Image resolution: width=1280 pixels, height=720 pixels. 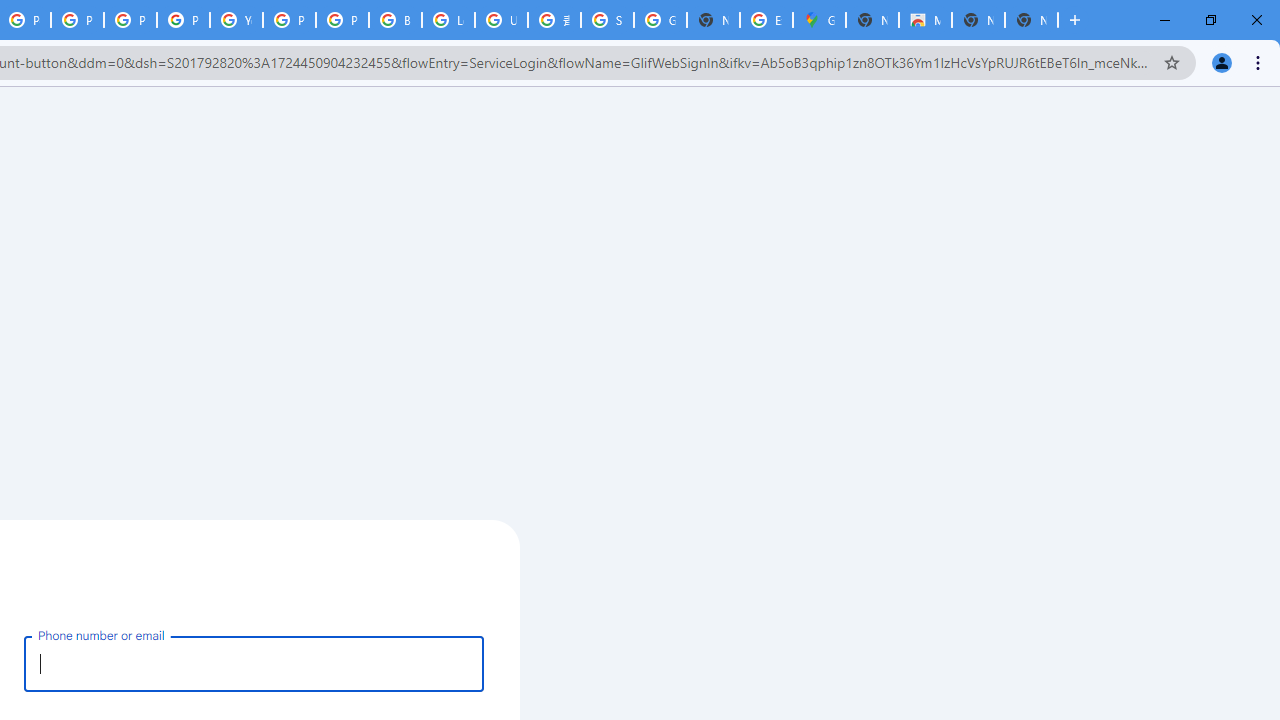 I want to click on 'Google Maps', so click(x=819, y=20).